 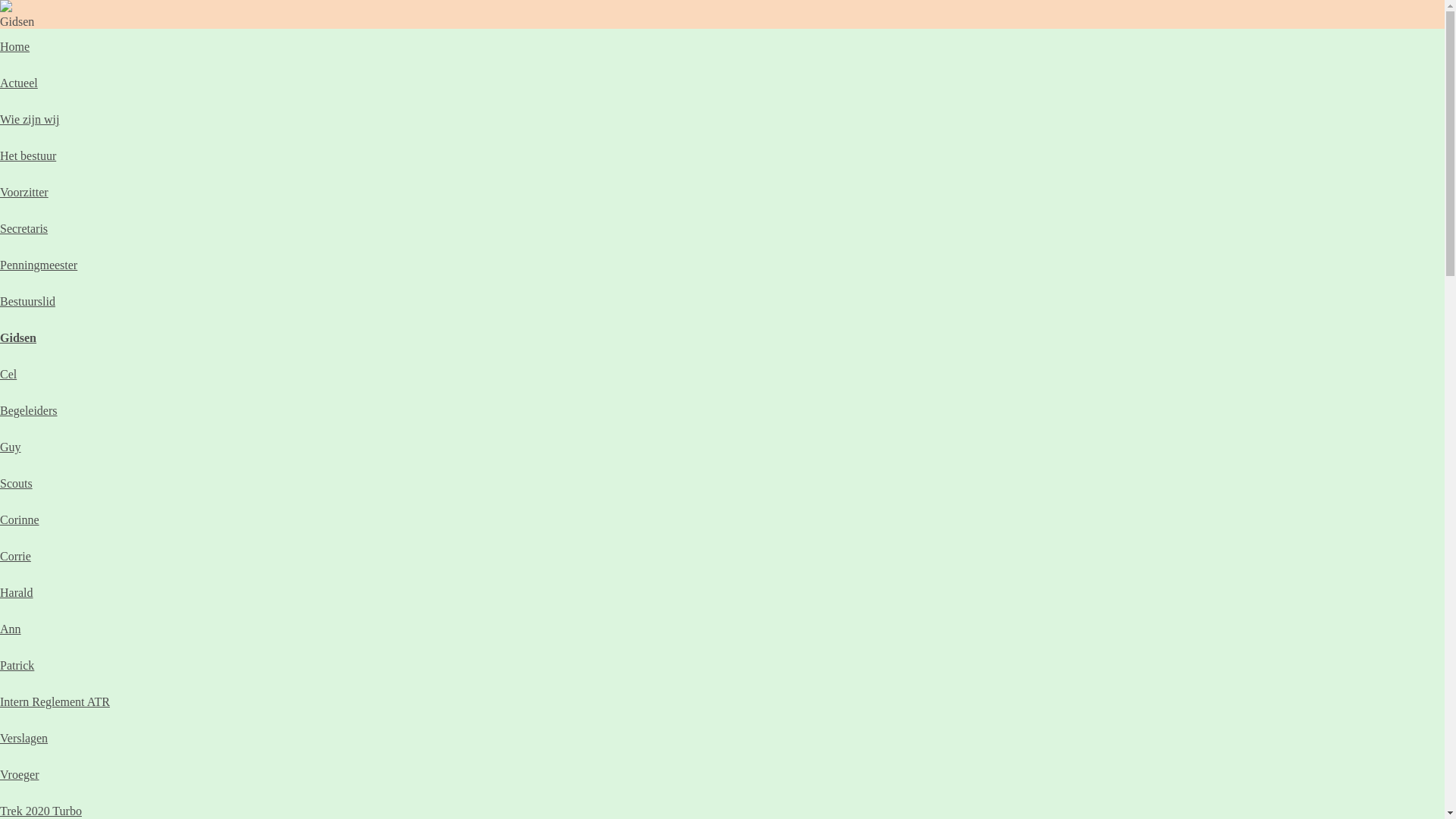 I want to click on 'Voorzitter', so click(x=24, y=191).